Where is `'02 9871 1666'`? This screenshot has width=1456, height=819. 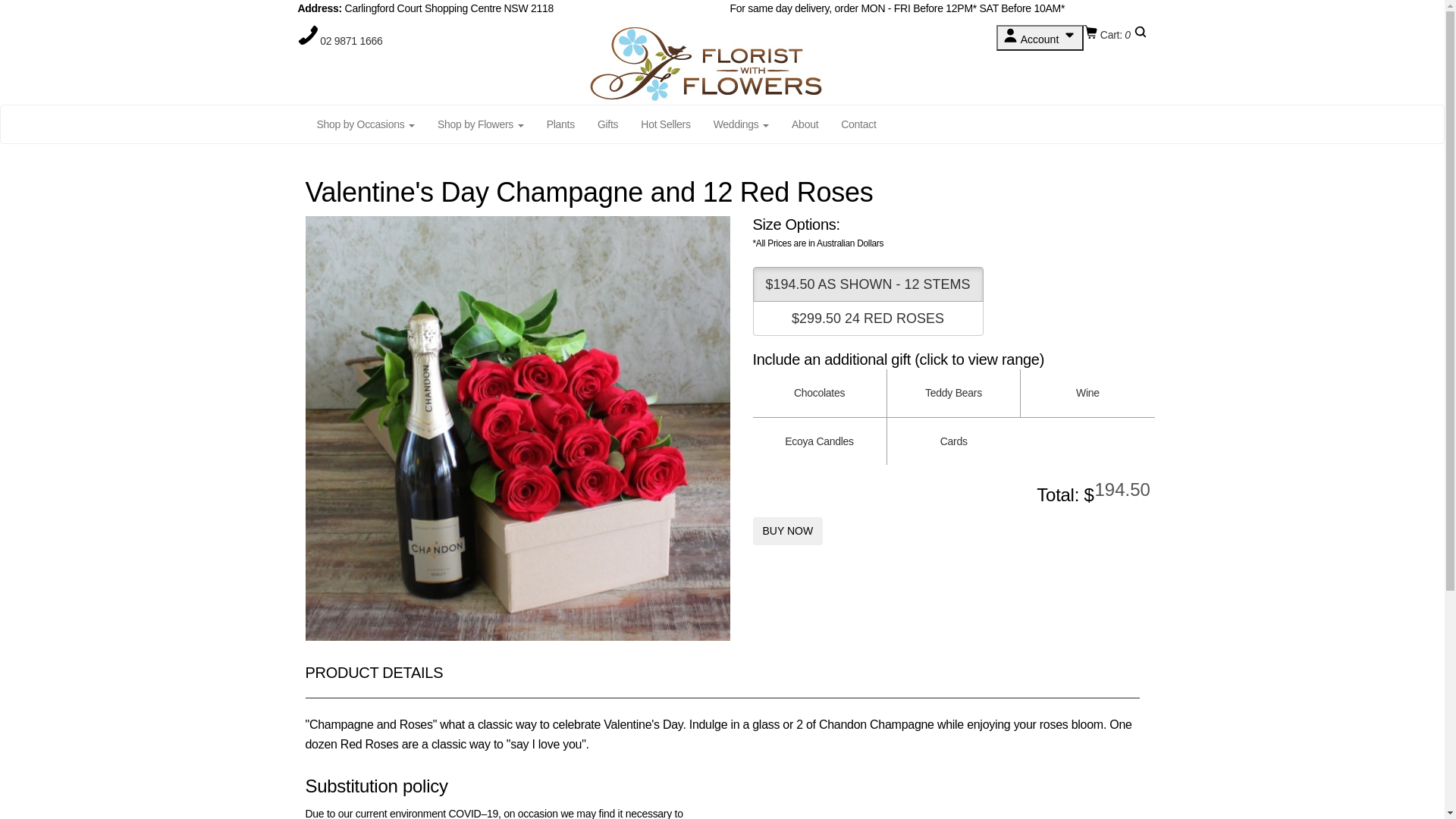
'02 9871 1666' is located at coordinates (319, 40).